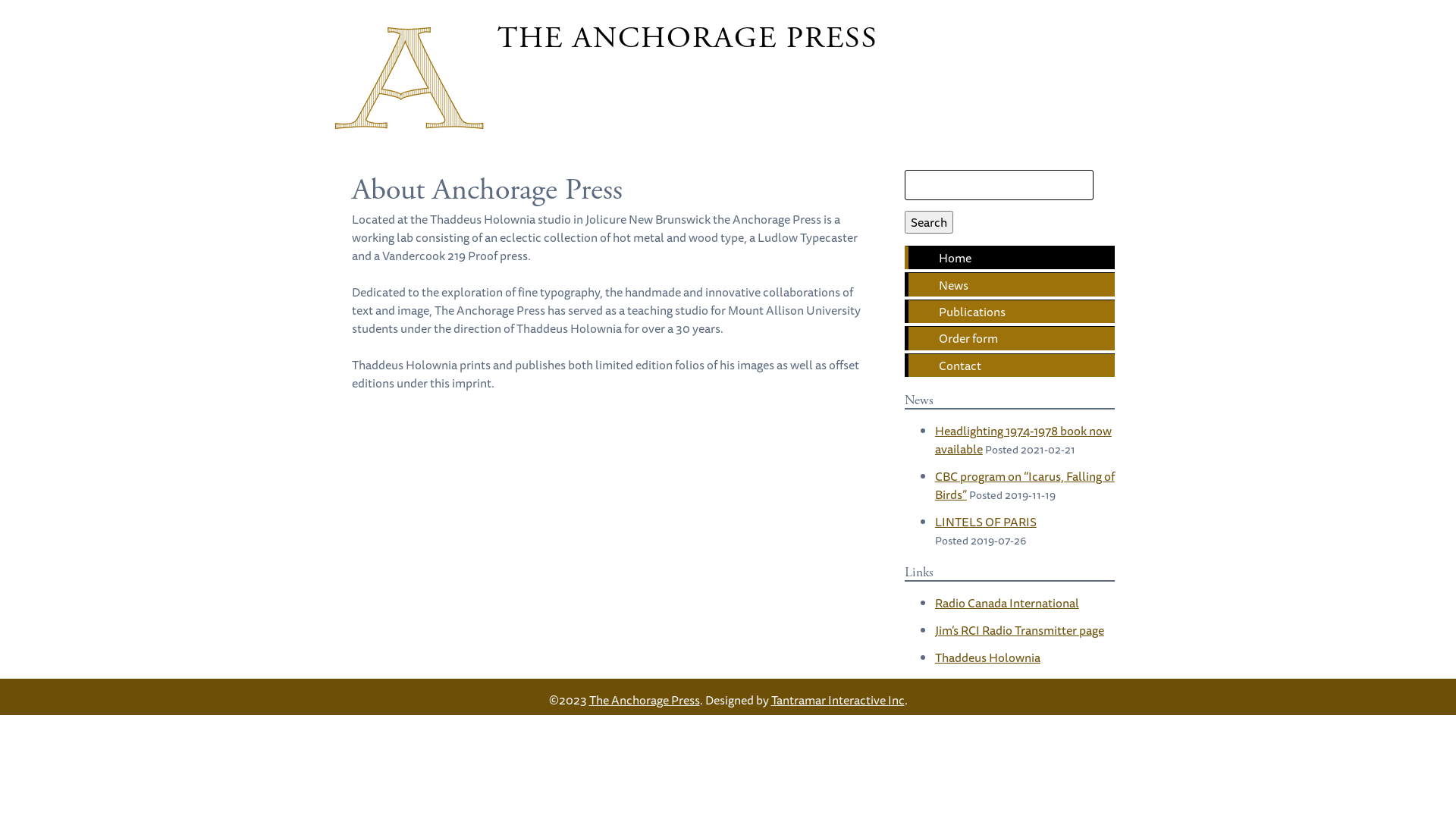 This screenshot has height=819, width=1456. I want to click on 'Thaddeus Holownia', so click(934, 657).